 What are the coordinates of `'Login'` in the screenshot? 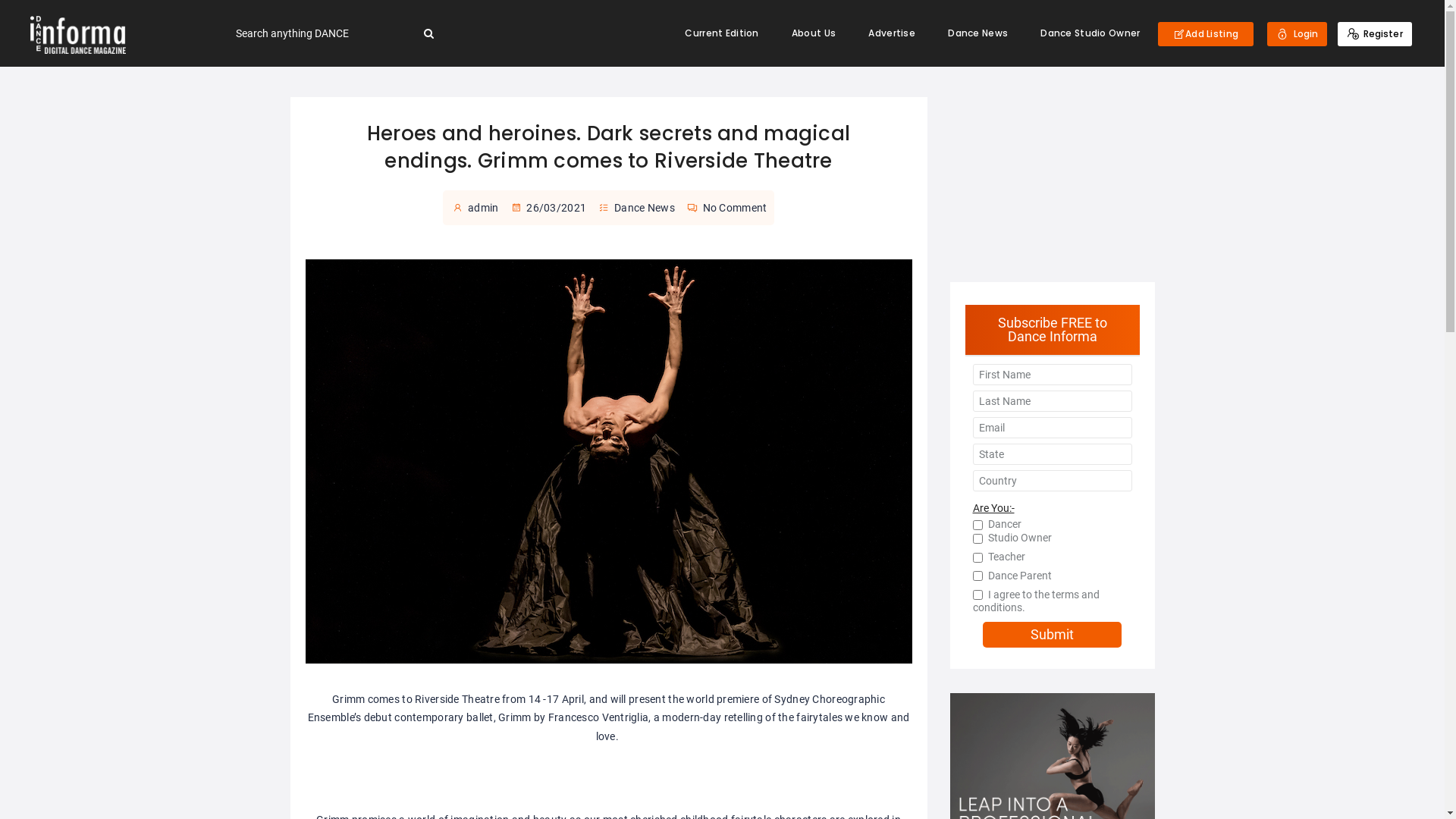 It's located at (1296, 33).